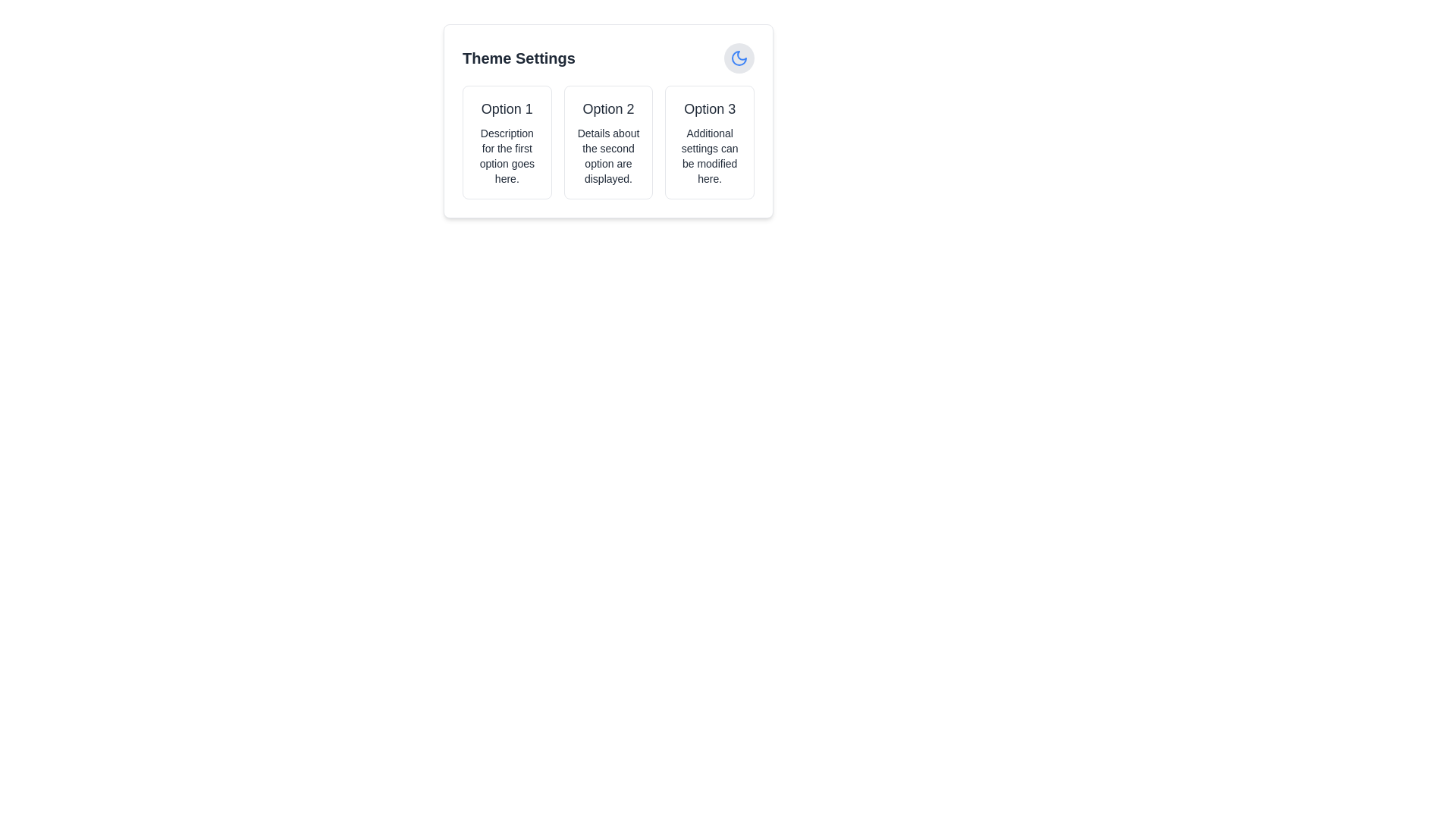 The image size is (1456, 819). I want to click on one of the options in the Informational Panel located below the 'Theme Settings' title, so click(608, 143).